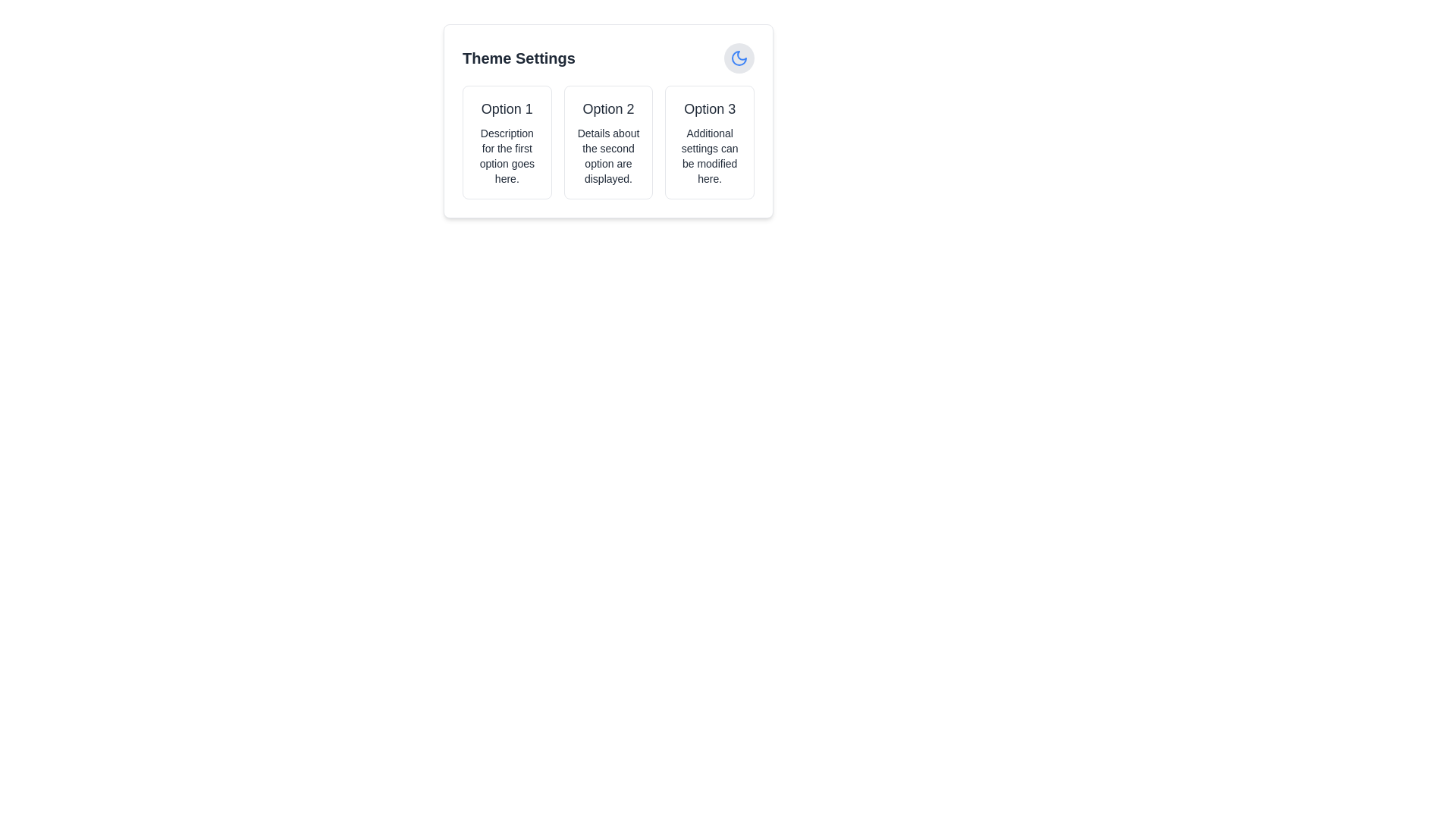 The image size is (1456, 819). I want to click on one of the options in the Informational Panel located below the 'Theme Settings' title, so click(608, 143).